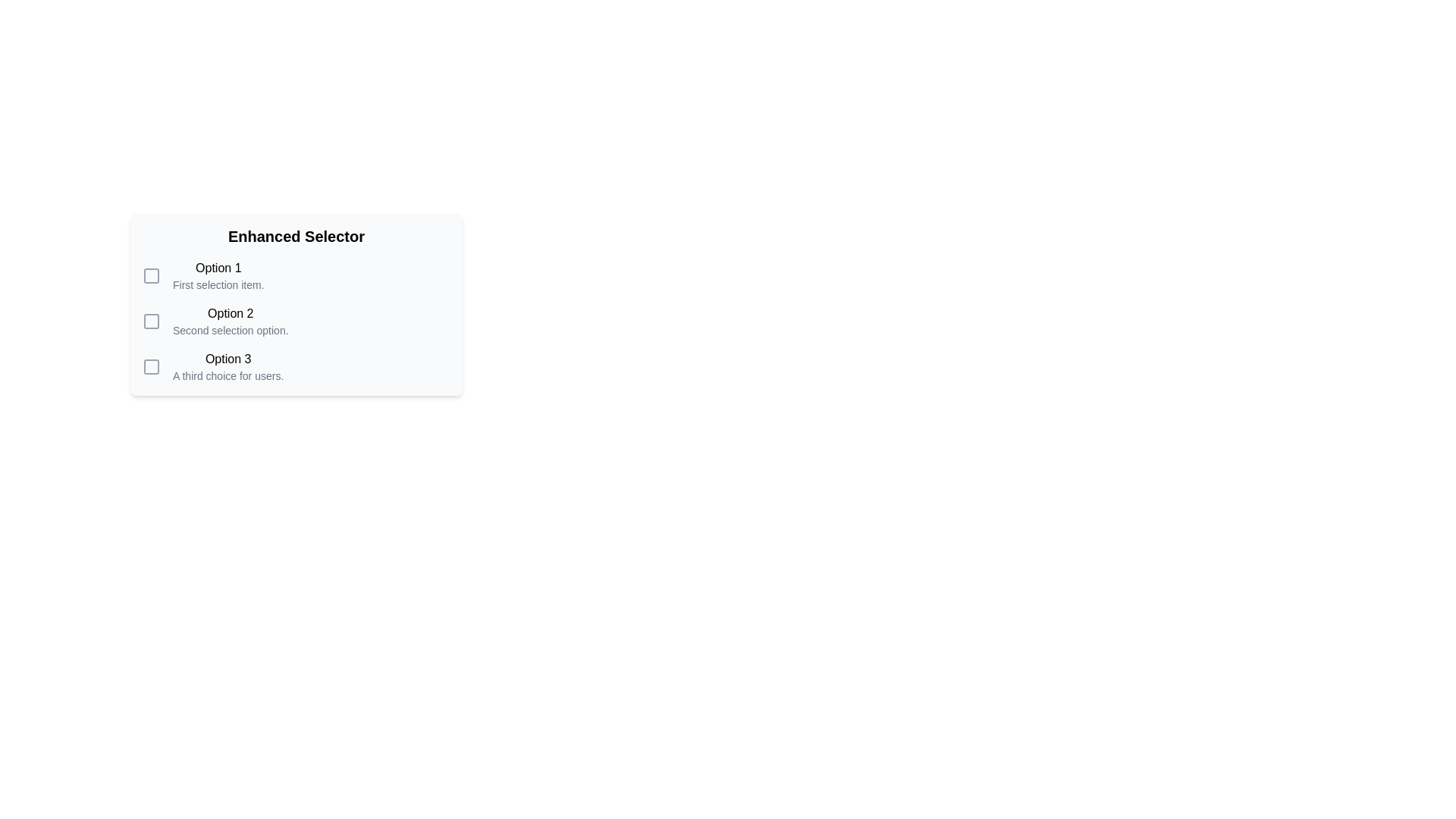 Image resolution: width=1456 pixels, height=819 pixels. I want to click on the unselected checkbox located to the left of 'Option 2Second selection option' in the 'Enhanced Selector' list, so click(152, 321).